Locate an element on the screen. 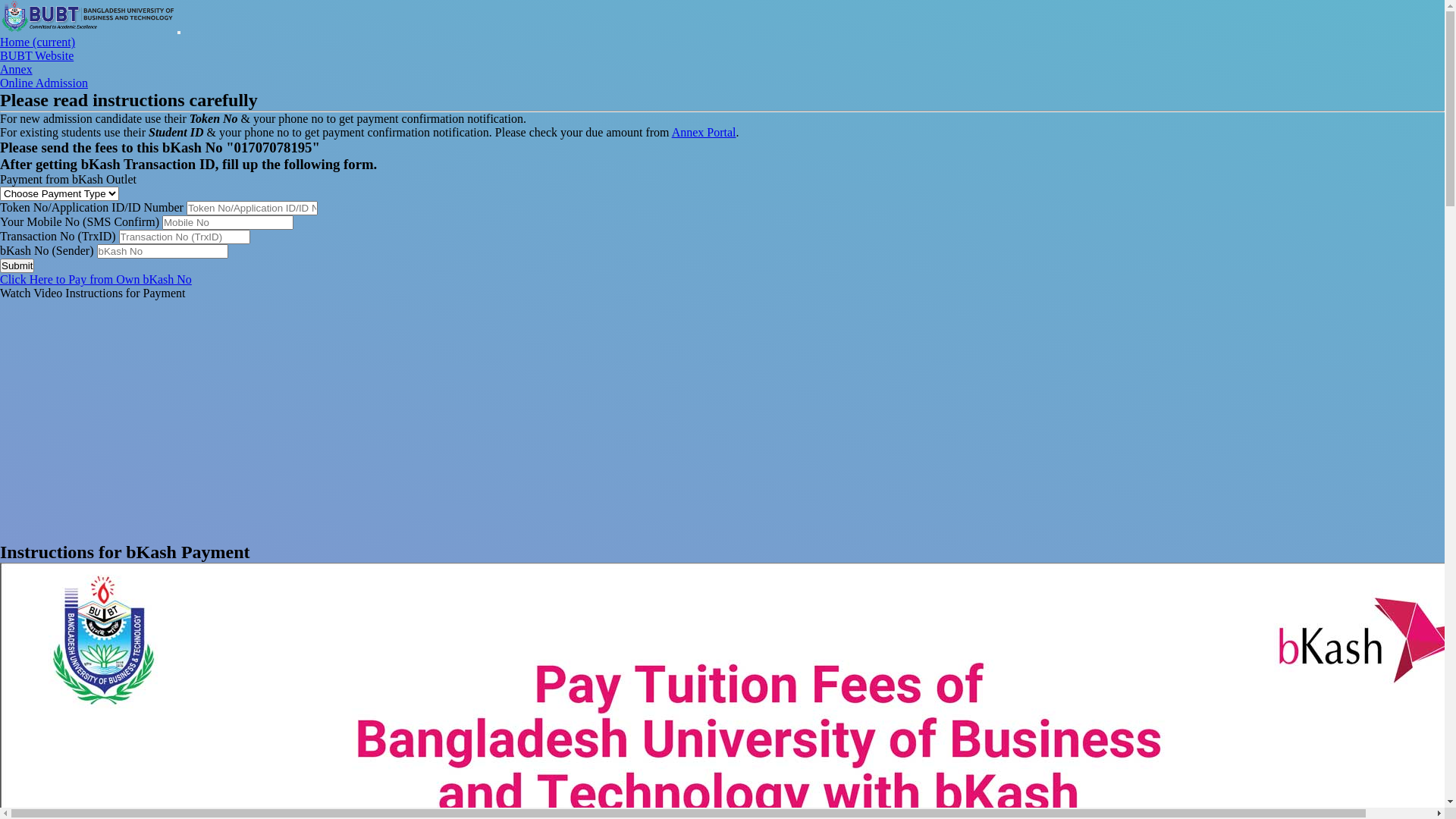 The height and width of the screenshot is (819, 1456). 'Submit' is located at coordinates (17, 265).